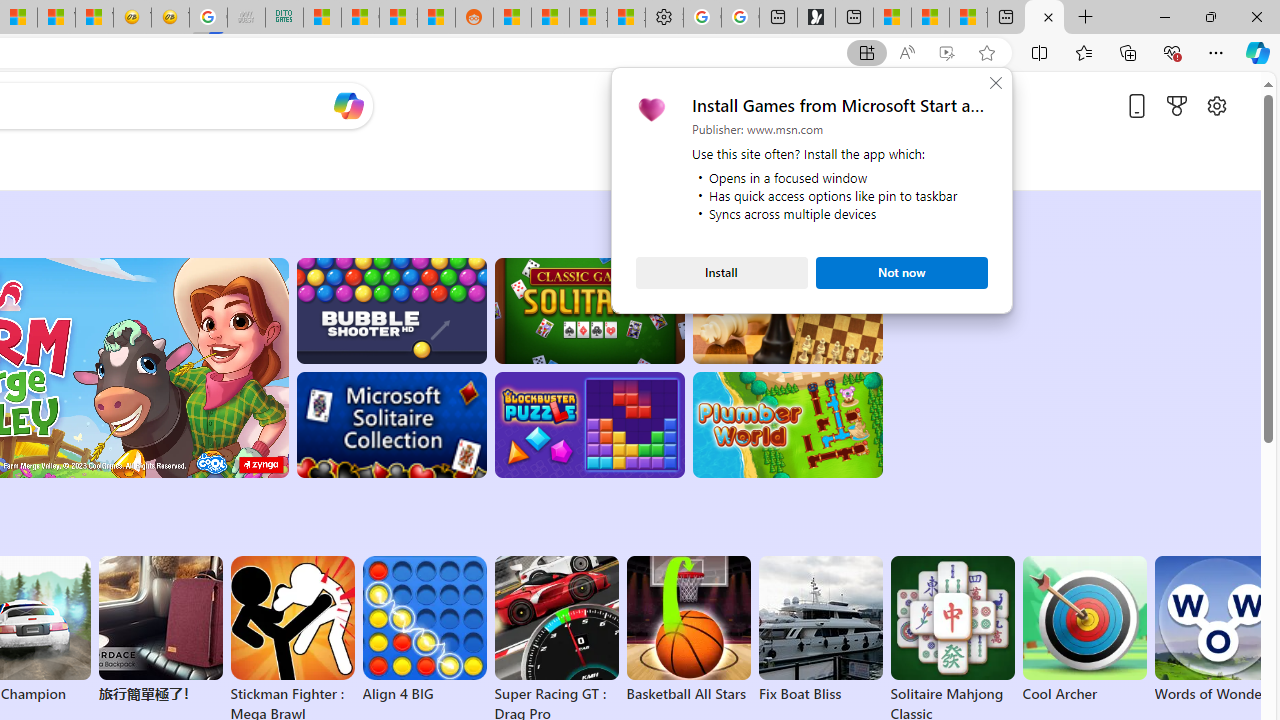  Describe the element at coordinates (391, 424) in the screenshot. I see `'Microsoft Solitaire Collection'` at that location.